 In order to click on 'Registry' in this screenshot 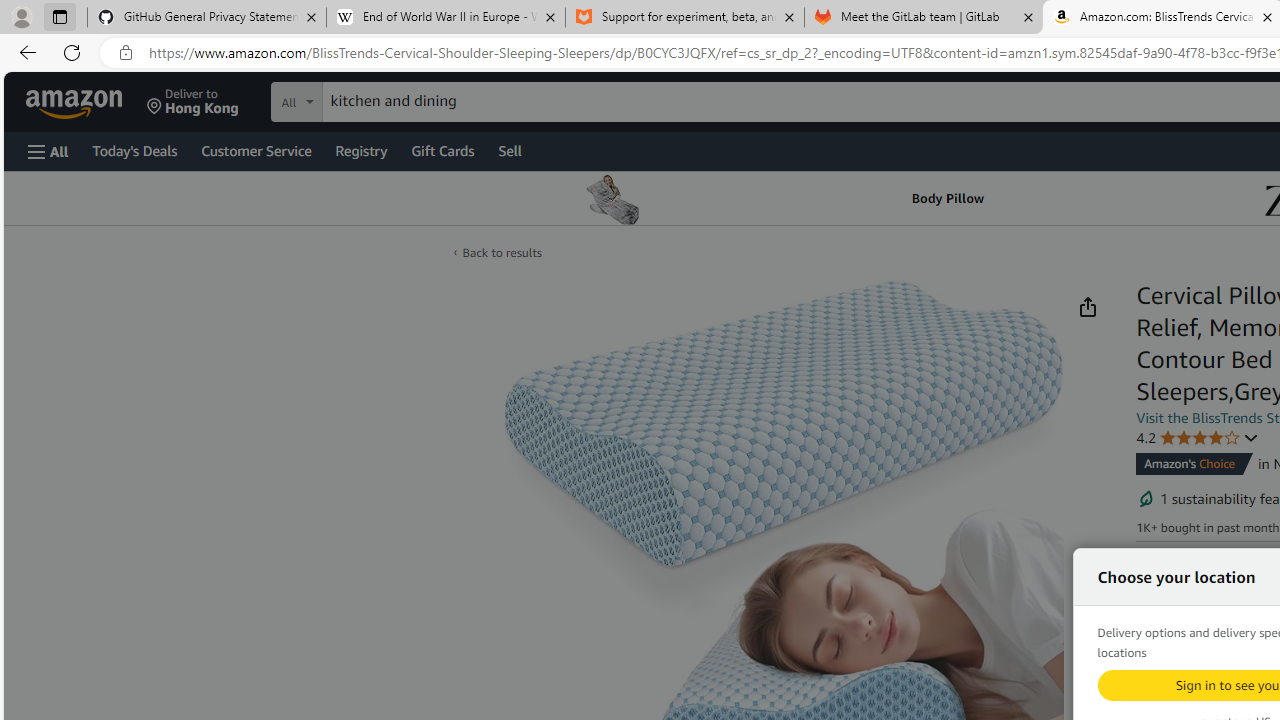, I will do `click(360, 149)`.